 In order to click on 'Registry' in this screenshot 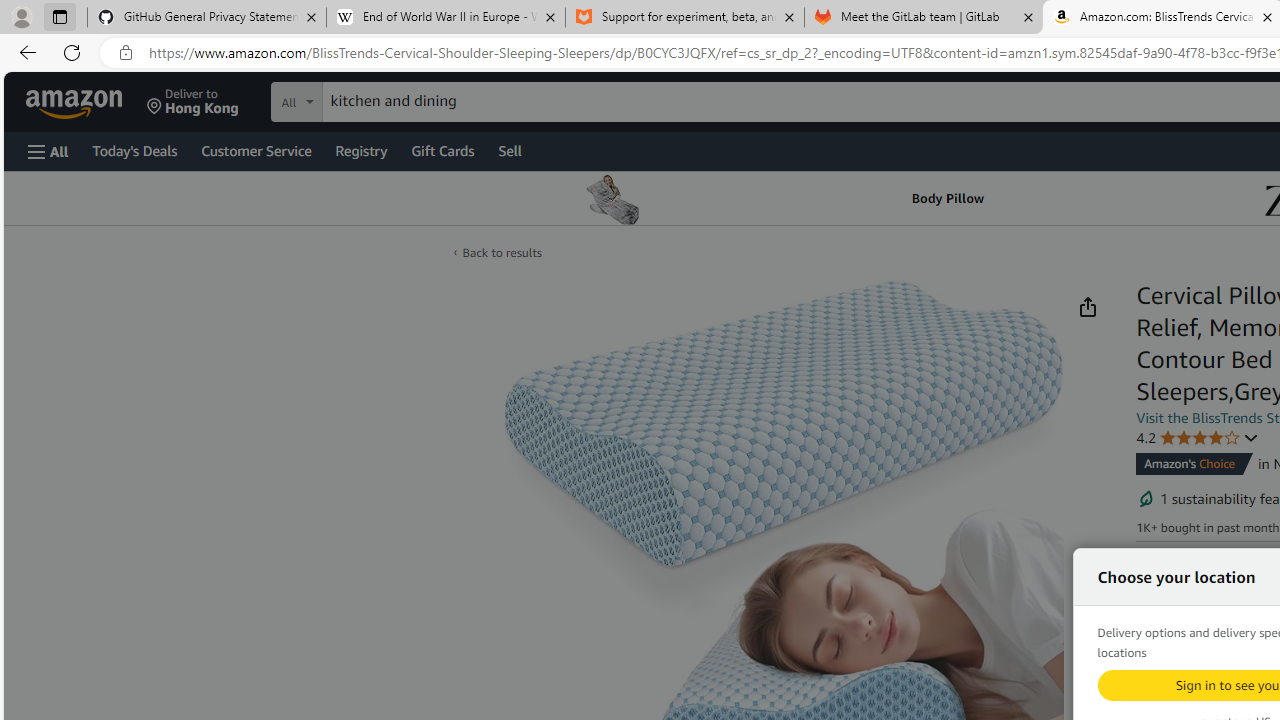, I will do `click(360, 149)`.